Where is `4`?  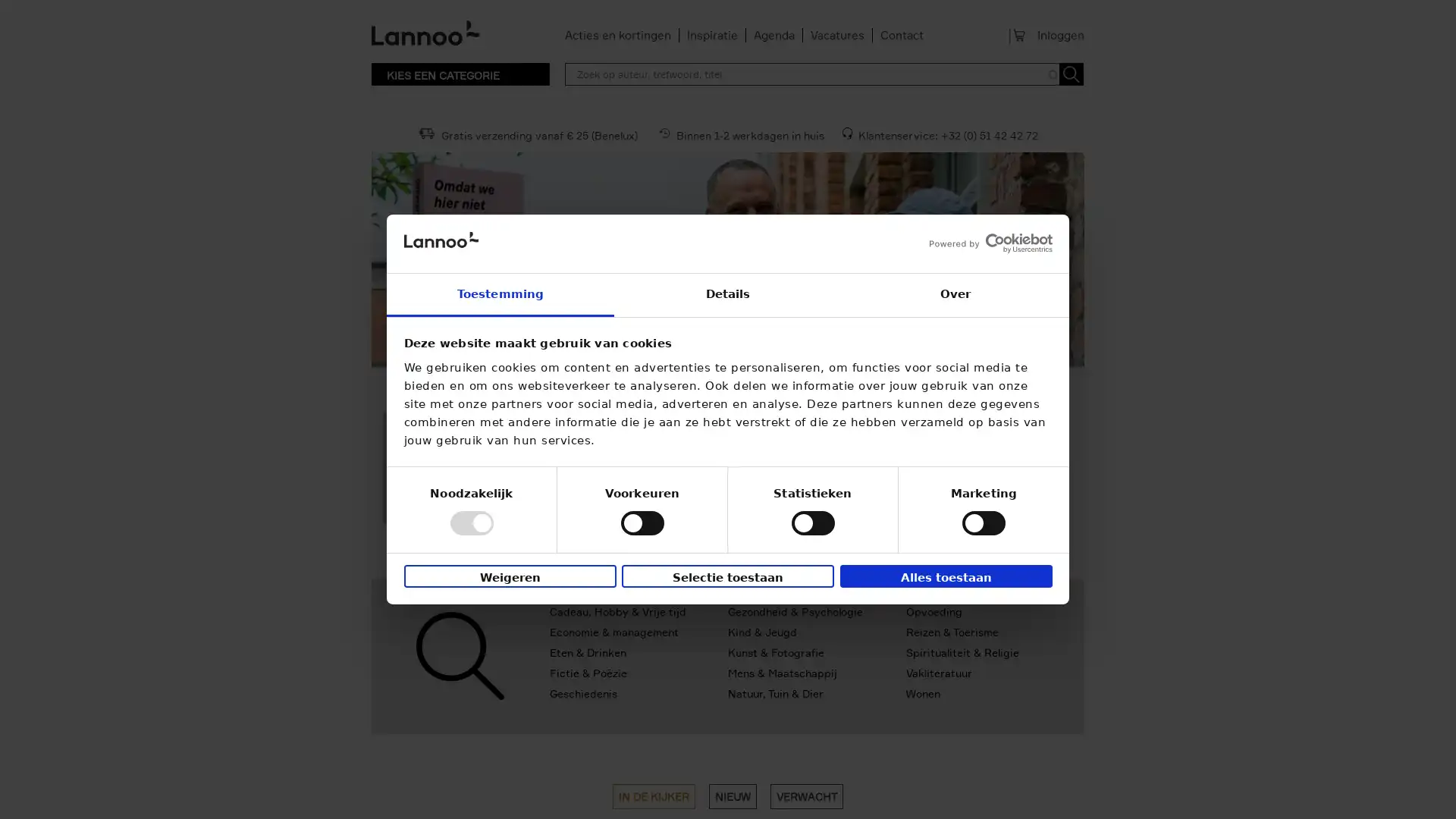
4 is located at coordinates (761, 351).